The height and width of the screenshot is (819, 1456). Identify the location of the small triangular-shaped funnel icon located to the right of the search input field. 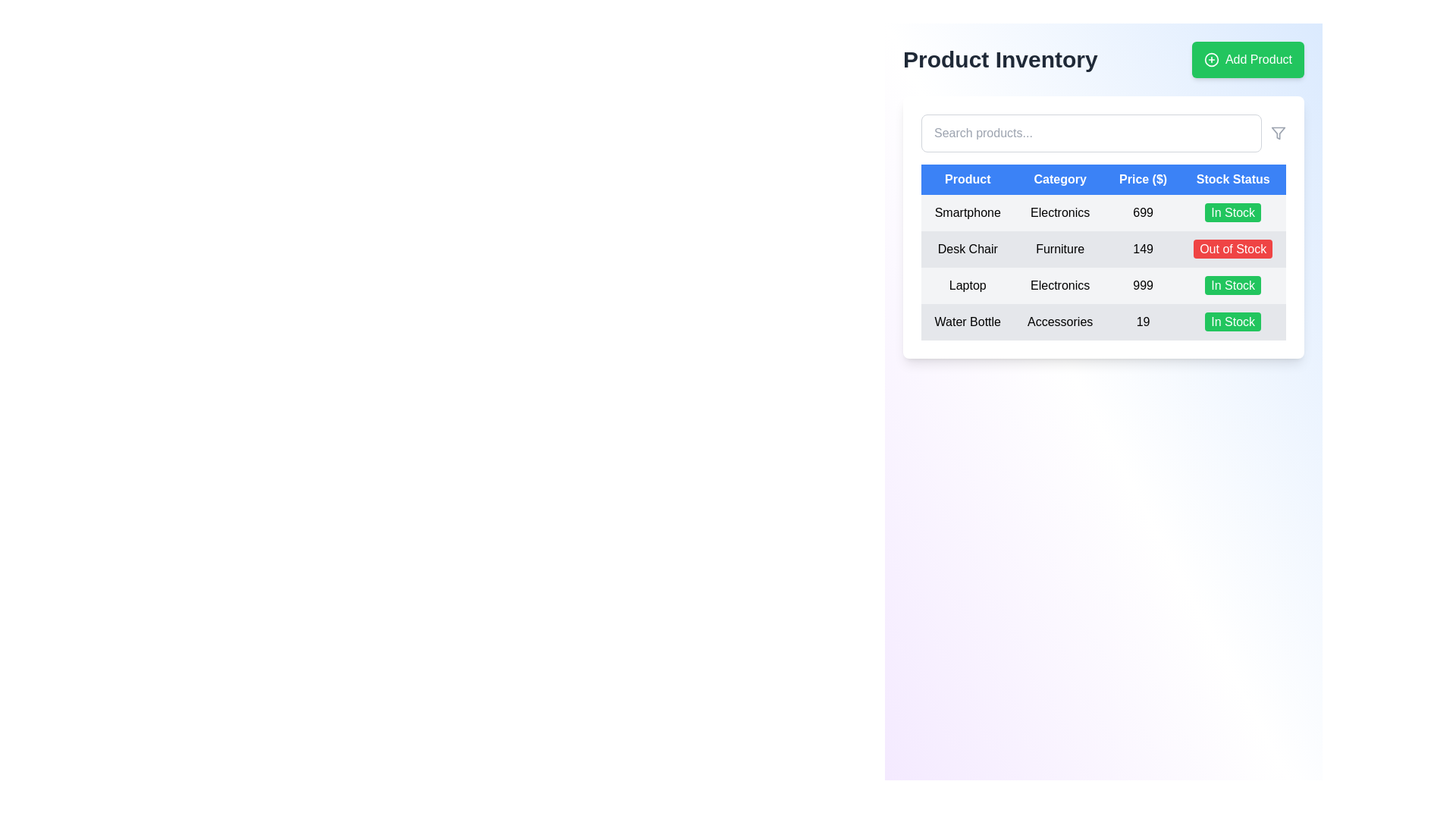
(1277, 133).